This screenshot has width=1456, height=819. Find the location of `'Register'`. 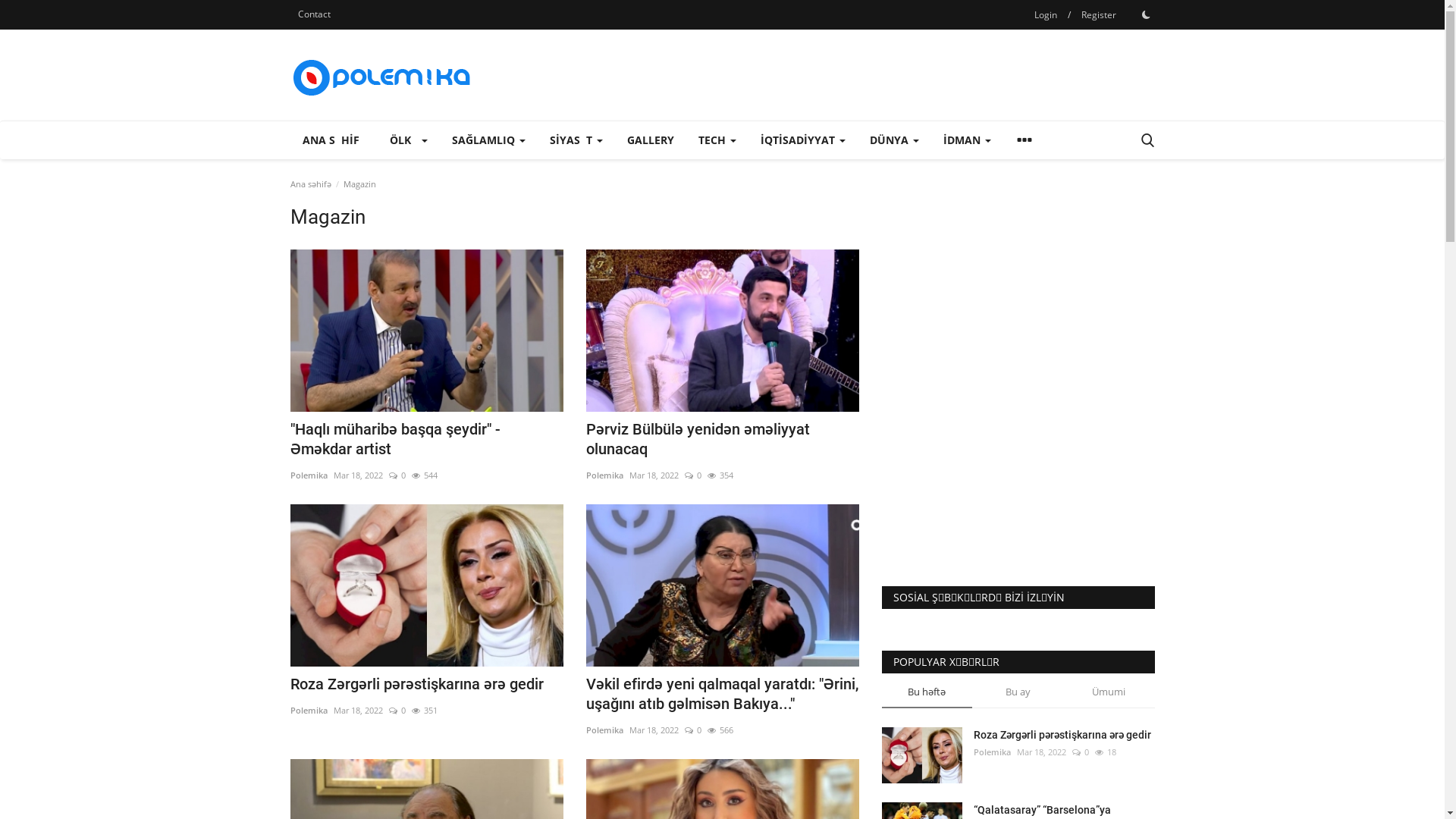

'Register' is located at coordinates (1073, 14).